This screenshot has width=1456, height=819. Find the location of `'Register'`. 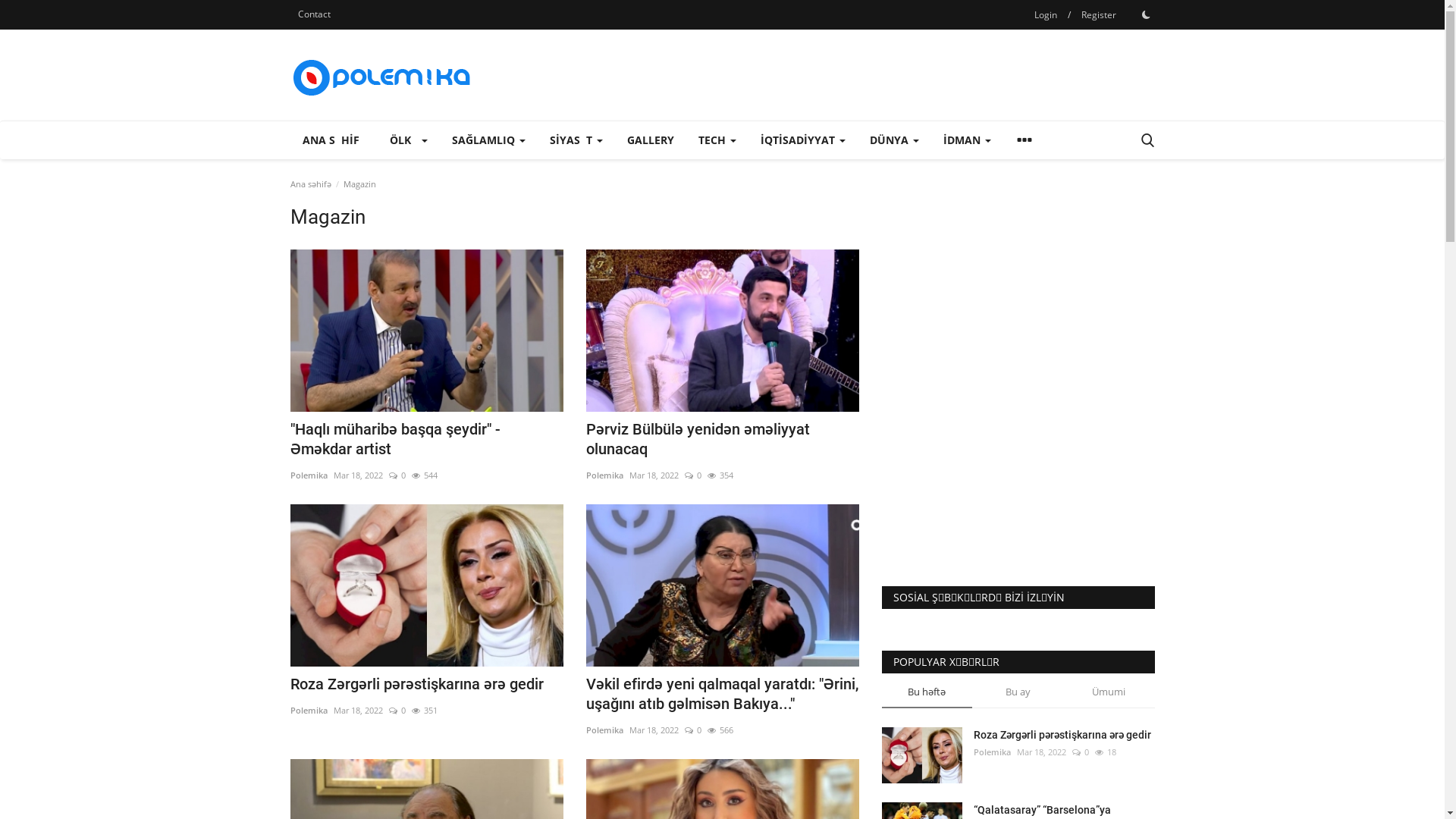

'Register' is located at coordinates (1073, 14).